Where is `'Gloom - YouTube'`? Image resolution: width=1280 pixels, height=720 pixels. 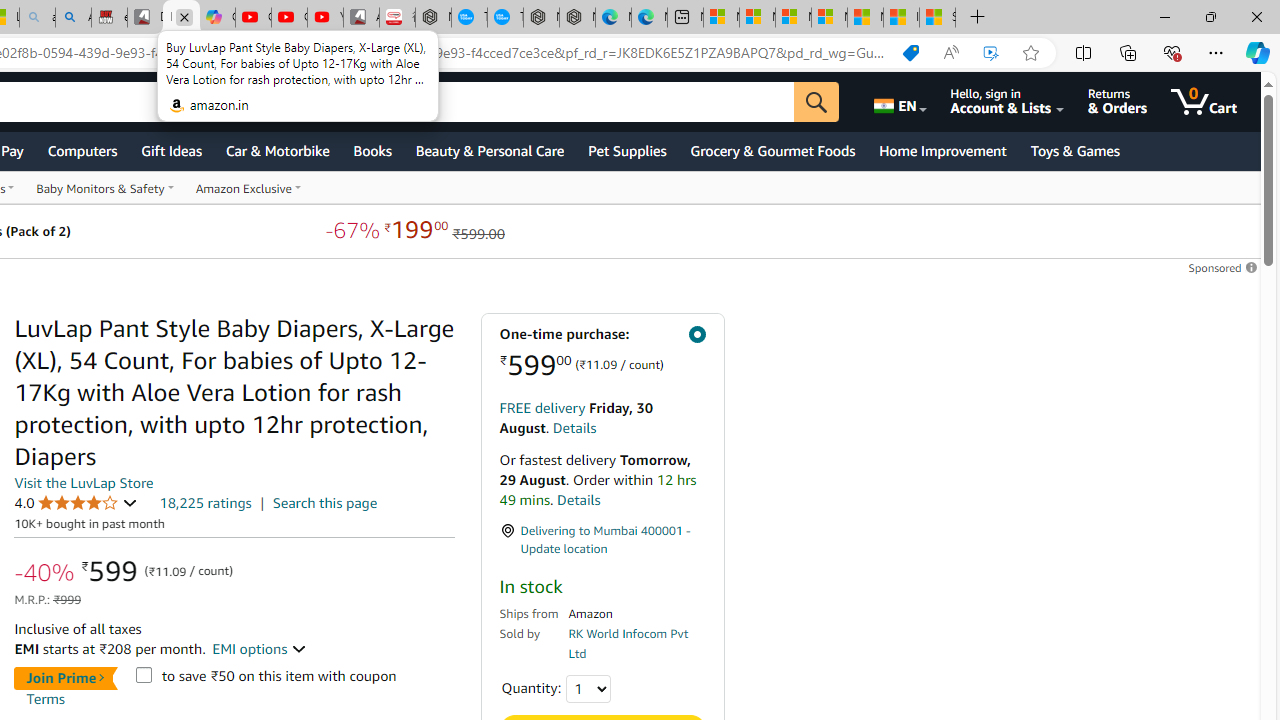 'Gloom - YouTube' is located at coordinates (288, 17).